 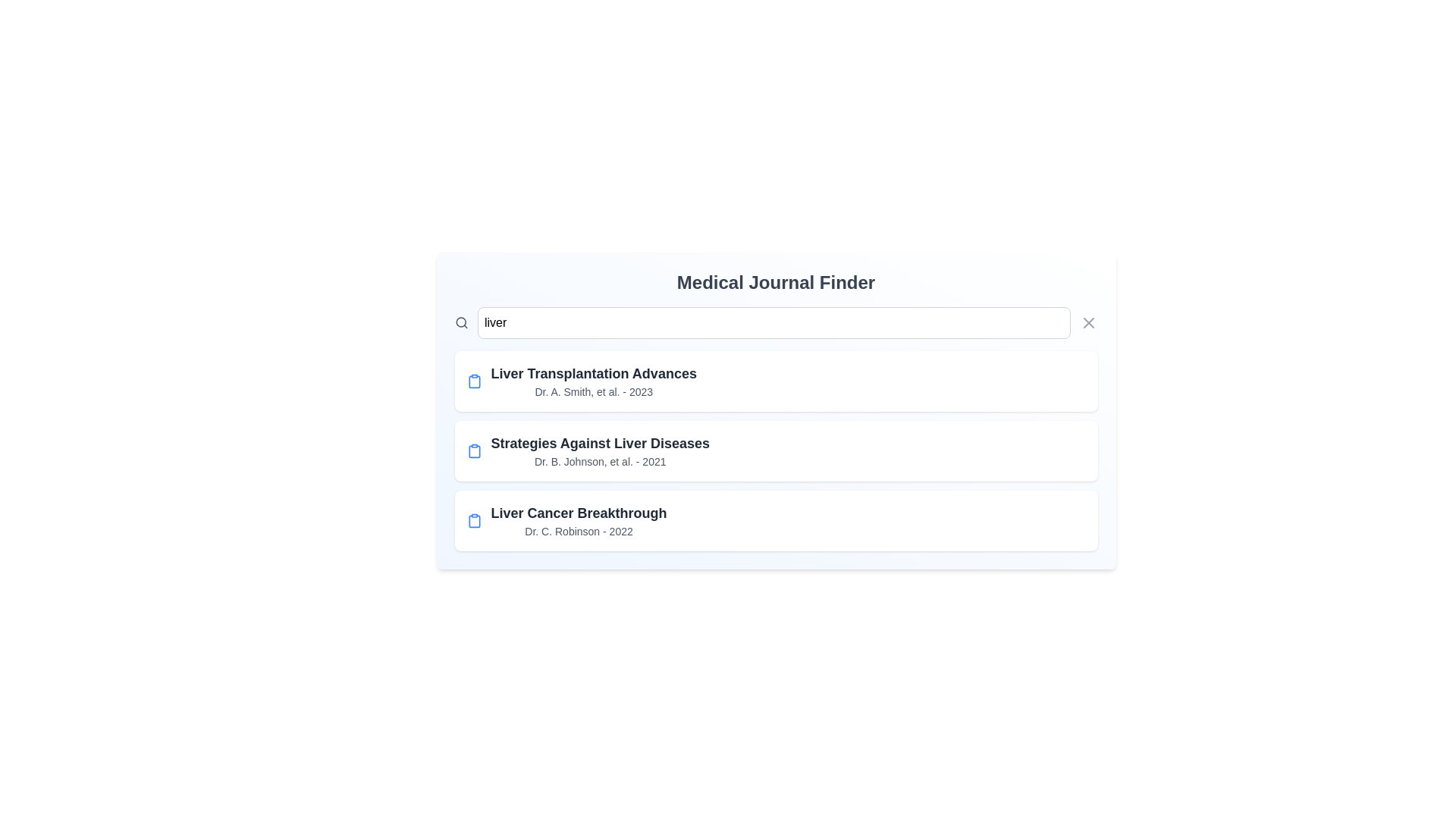 I want to click on the journal details page by clicking on the text block that provides information about the journal entry, which is the second entry in the list on the 'Medical Journal Finder', so click(x=599, y=450).